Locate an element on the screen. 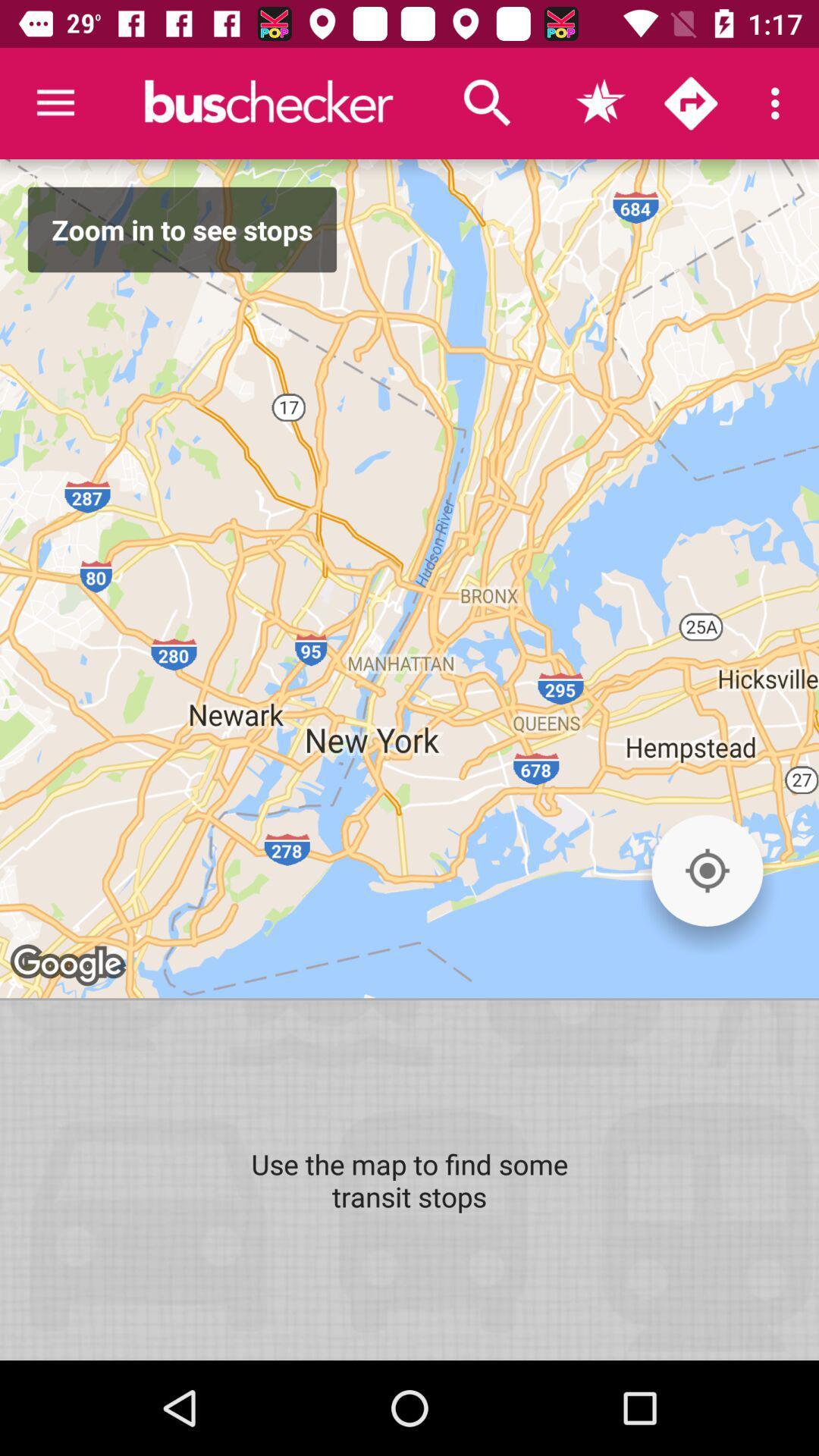 The height and width of the screenshot is (1456, 819). favorites icon which is on the right side of search icon is located at coordinates (598, 103).